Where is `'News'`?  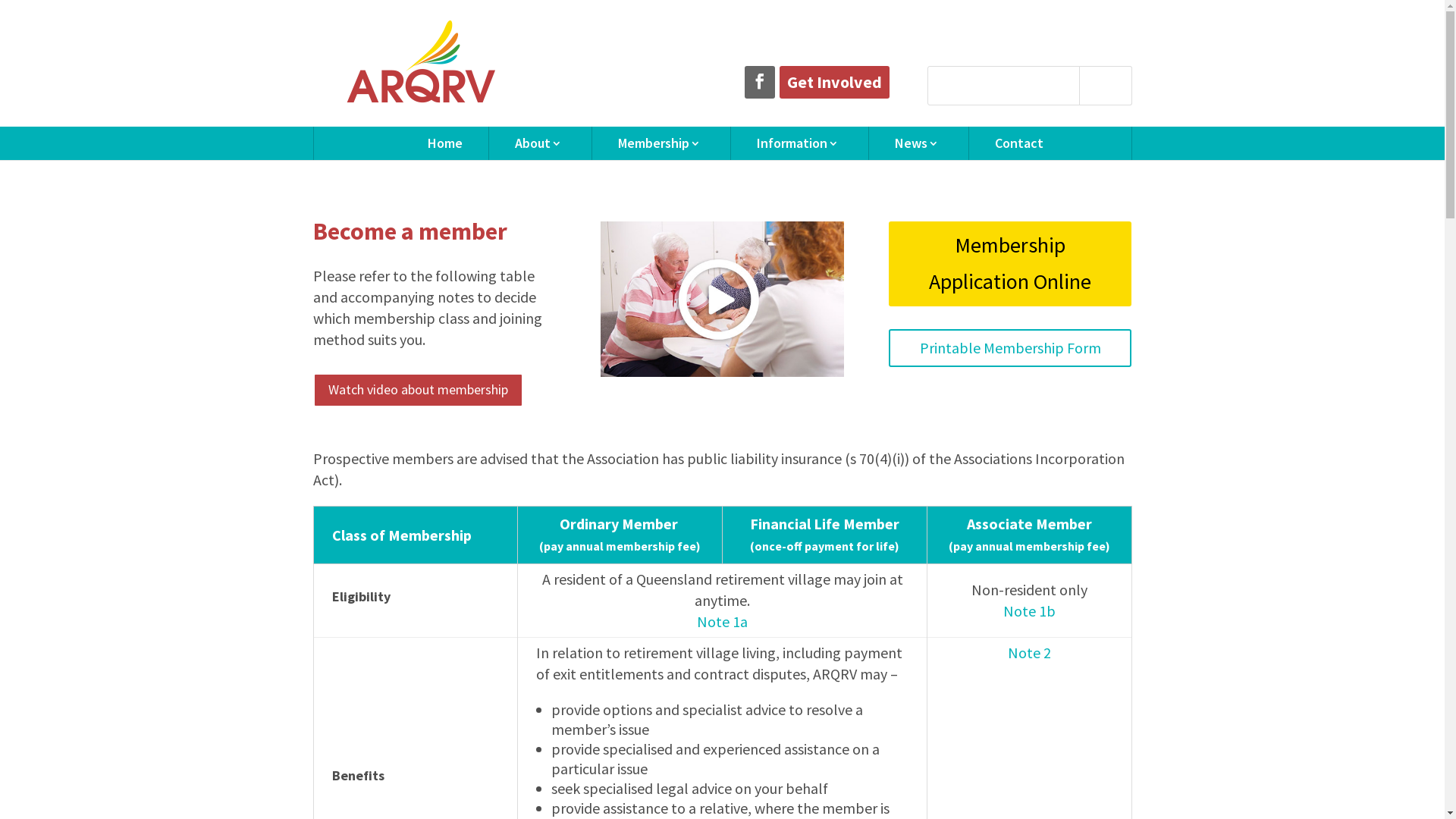
'News' is located at coordinates (918, 143).